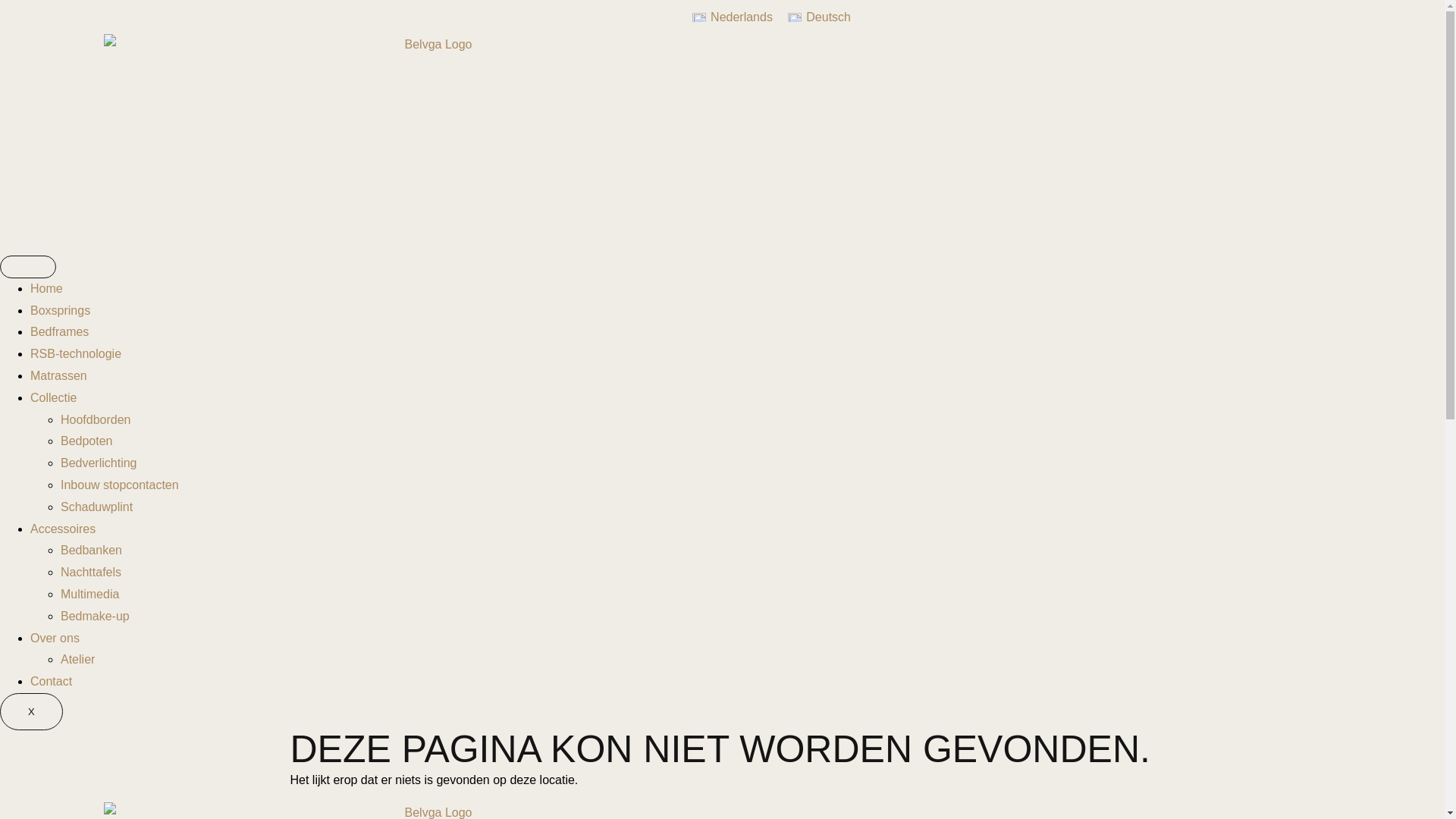 The height and width of the screenshot is (819, 1456). What do you see at coordinates (59, 331) in the screenshot?
I see `'Bedframes'` at bounding box center [59, 331].